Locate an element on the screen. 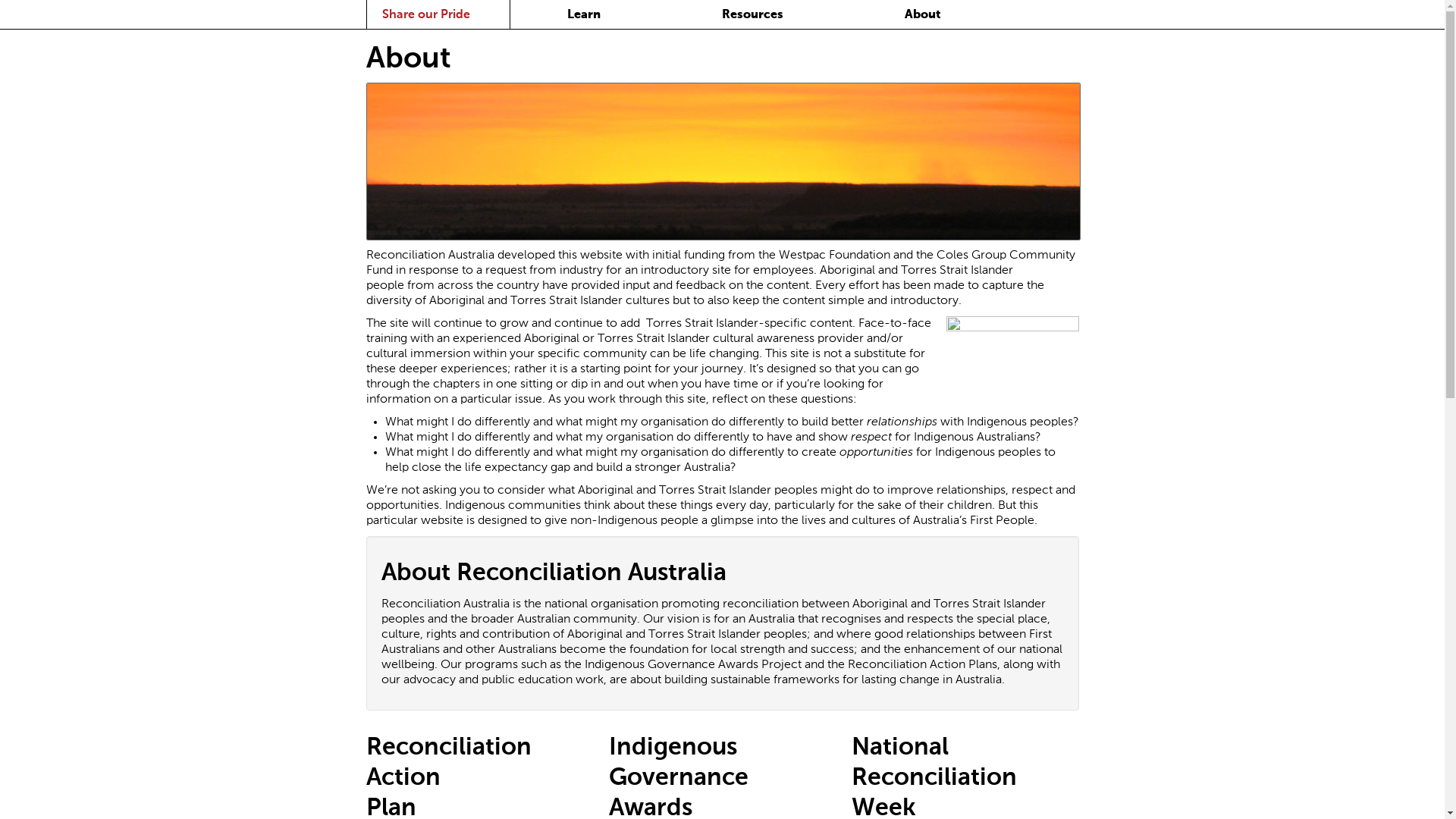 The height and width of the screenshot is (819, 1456). 'Share our Pride' is located at coordinates (425, 14).